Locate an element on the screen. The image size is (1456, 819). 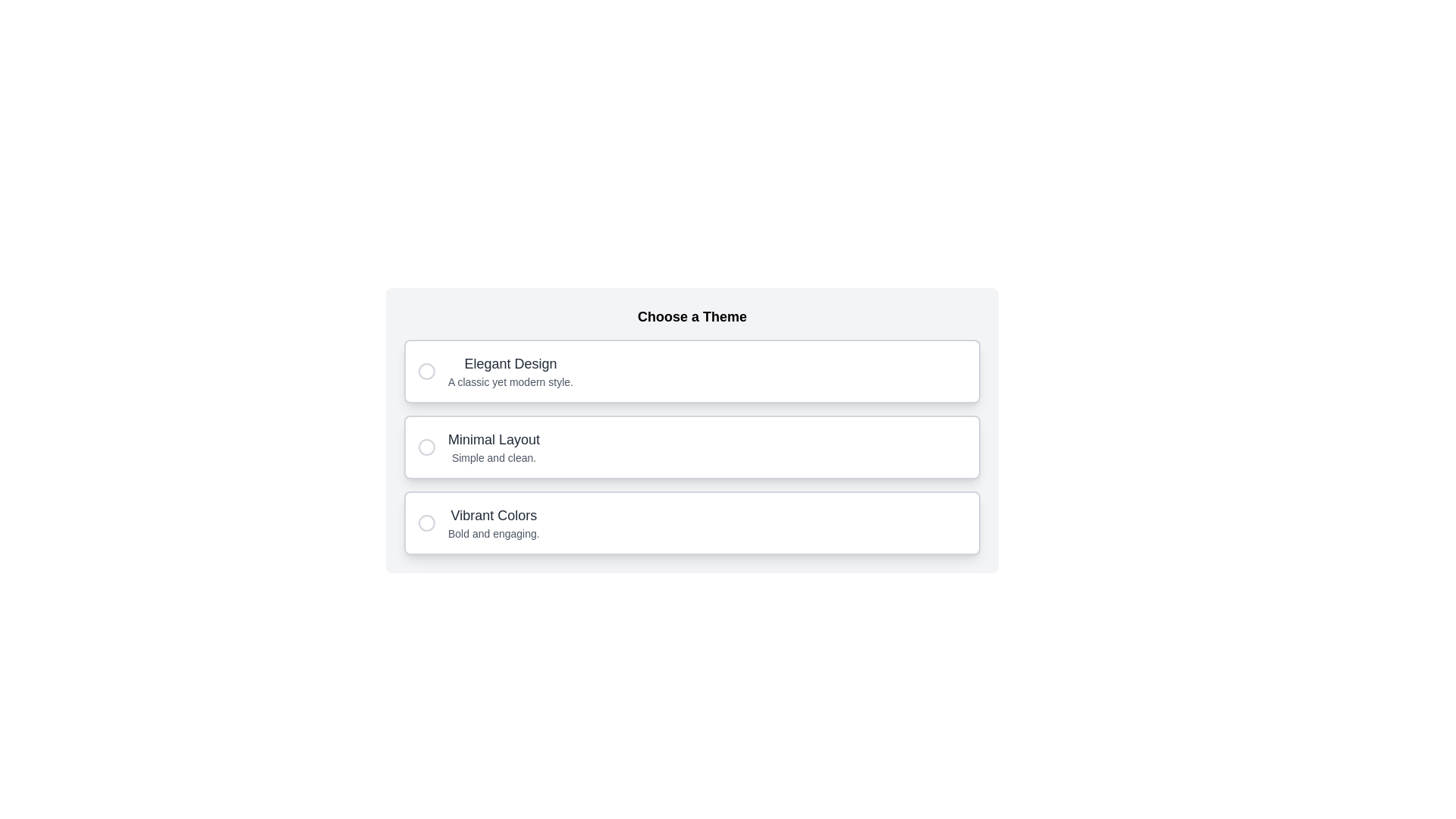
the radio button of the first selection option labeled 'Elegant Design' is located at coordinates (691, 371).